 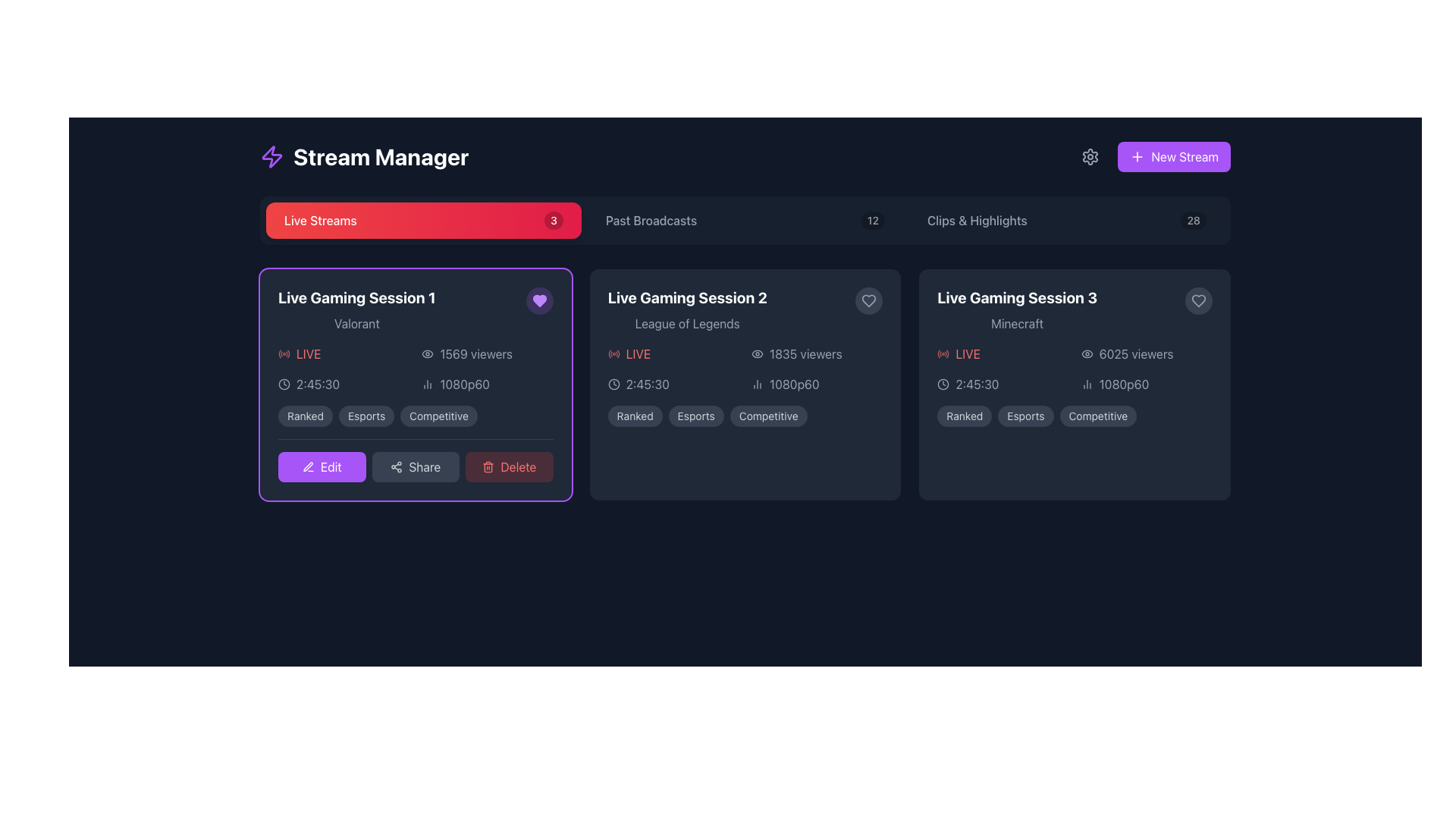 What do you see at coordinates (305, 416) in the screenshot?
I see `the first button-like label tag representing the categorization or status of 'Live Gaming Session 1'` at bounding box center [305, 416].